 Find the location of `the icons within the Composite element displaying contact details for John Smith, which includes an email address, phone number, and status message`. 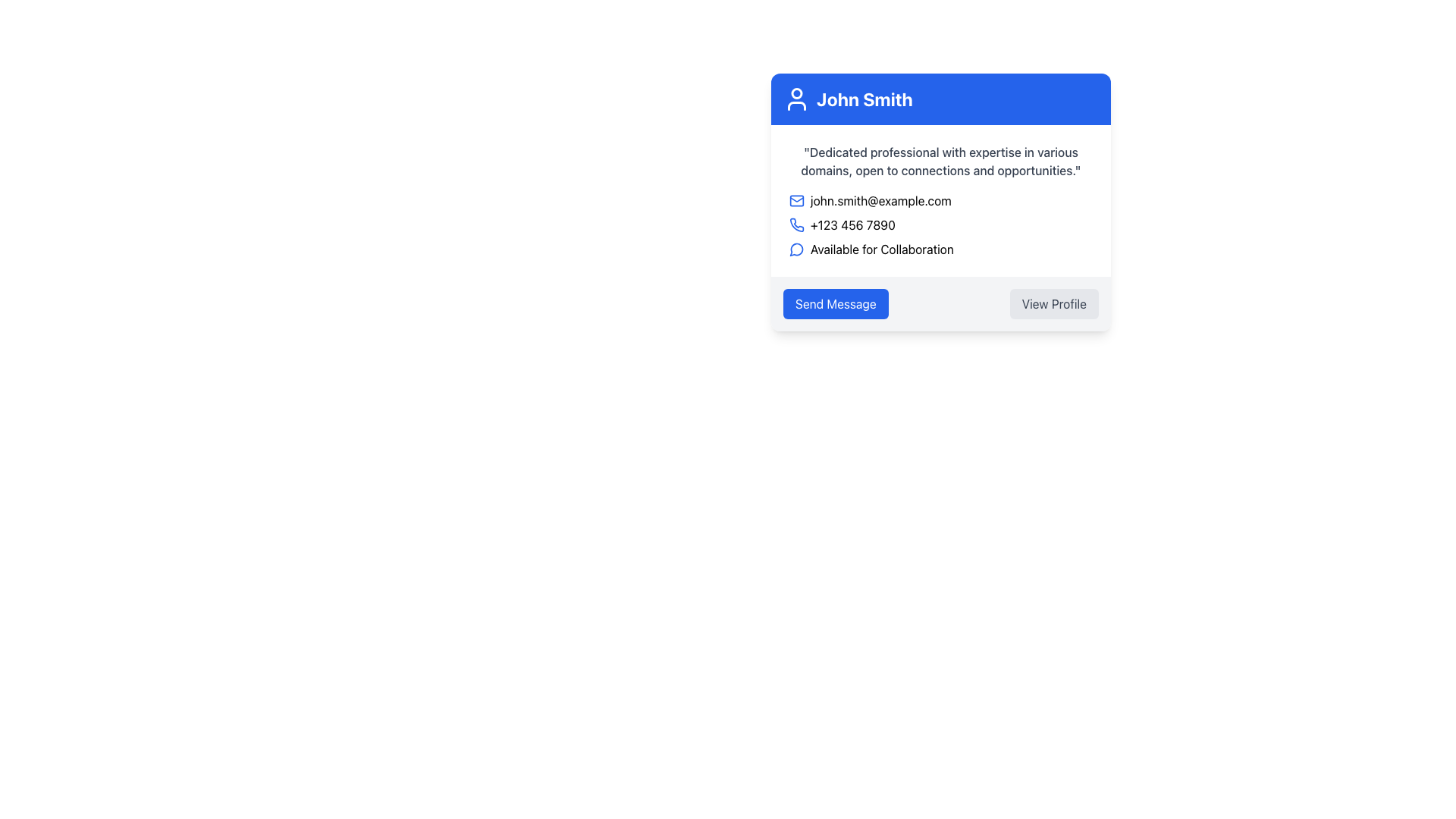

the icons within the Composite element displaying contact details for John Smith, which includes an email address, phone number, and status message is located at coordinates (940, 225).